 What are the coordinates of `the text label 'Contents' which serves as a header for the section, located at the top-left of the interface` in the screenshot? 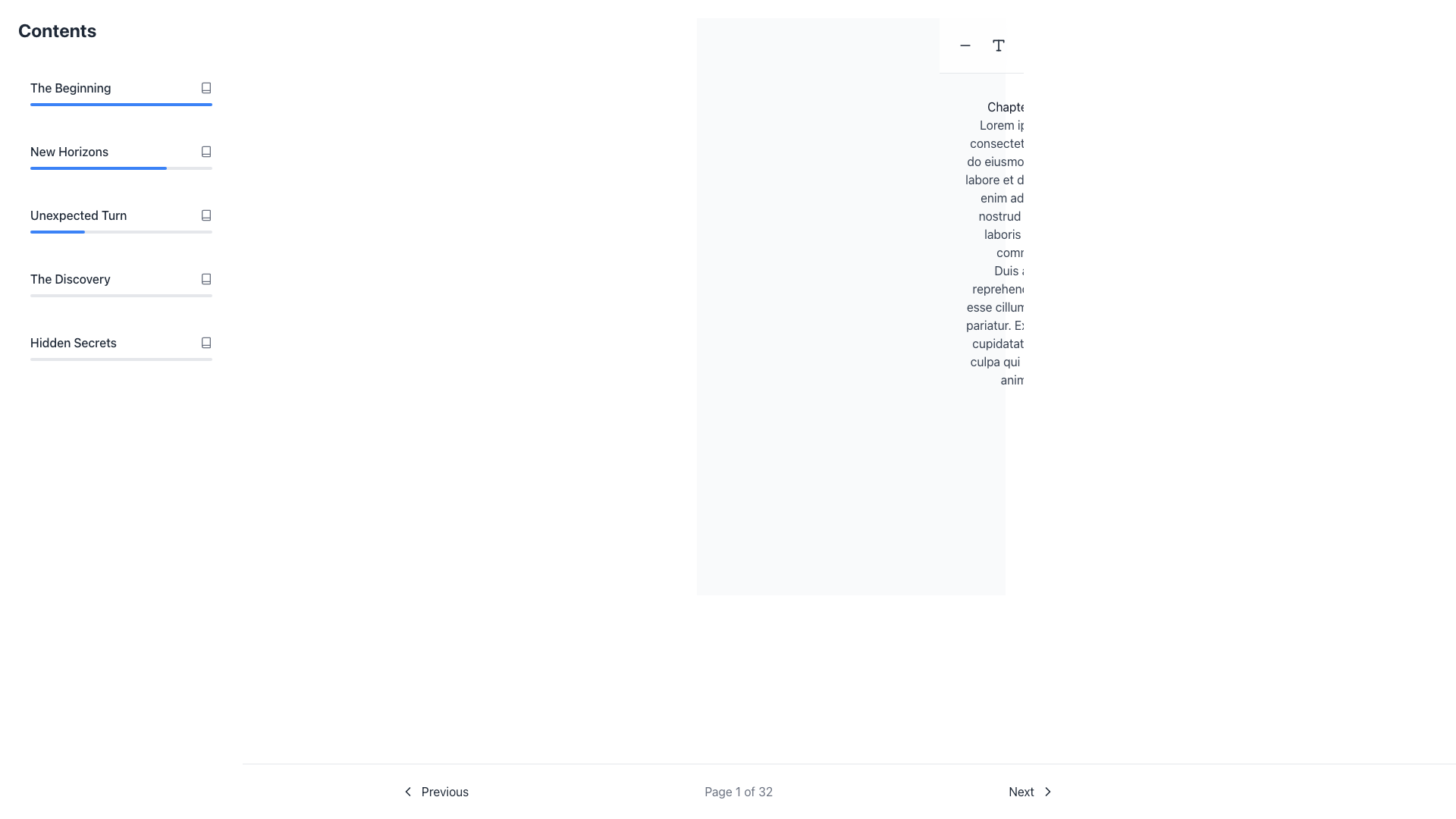 It's located at (57, 30).